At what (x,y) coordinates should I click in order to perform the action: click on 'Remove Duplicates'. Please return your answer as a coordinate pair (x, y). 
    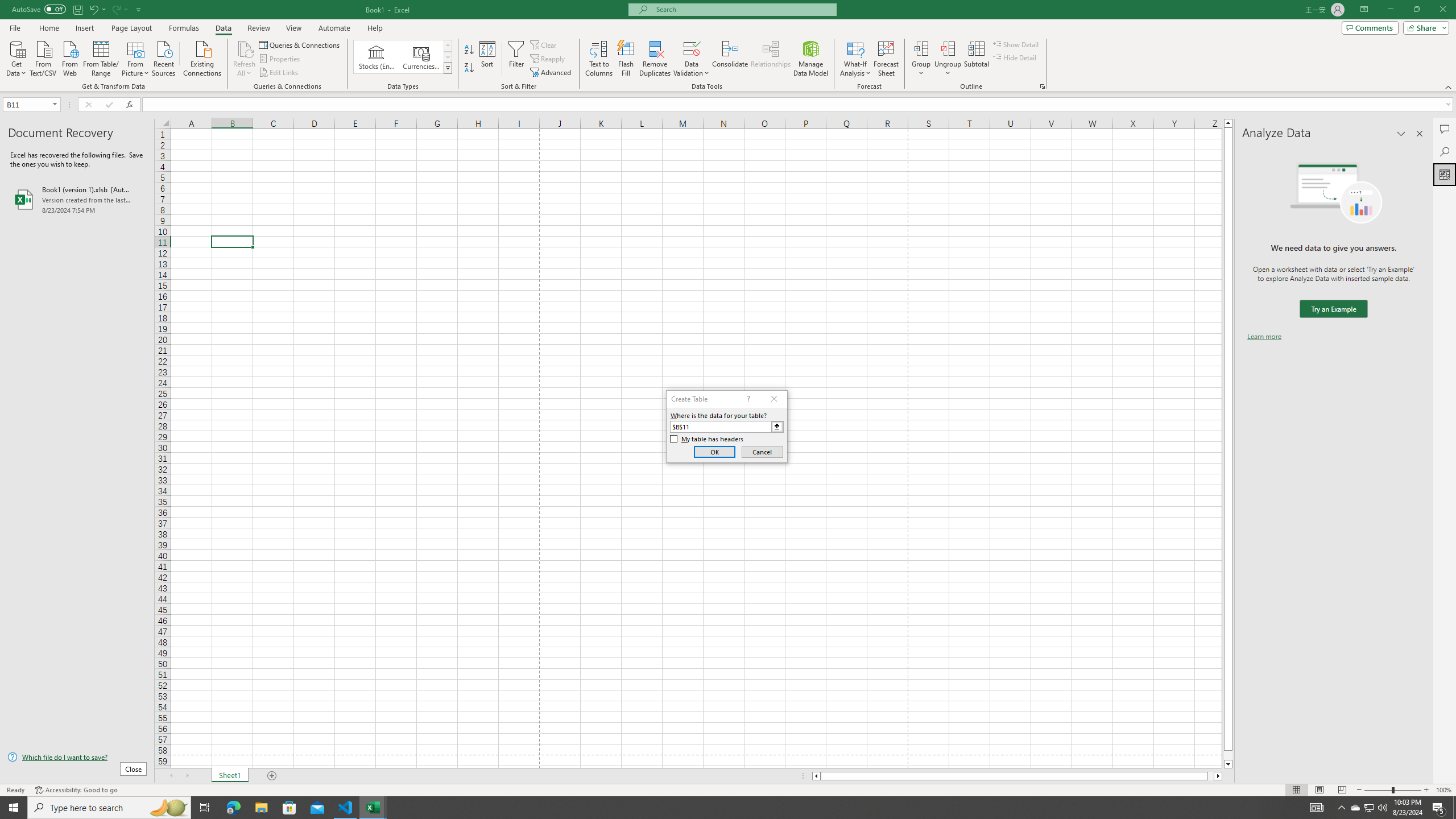
    Looking at the image, I should click on (655, 59).